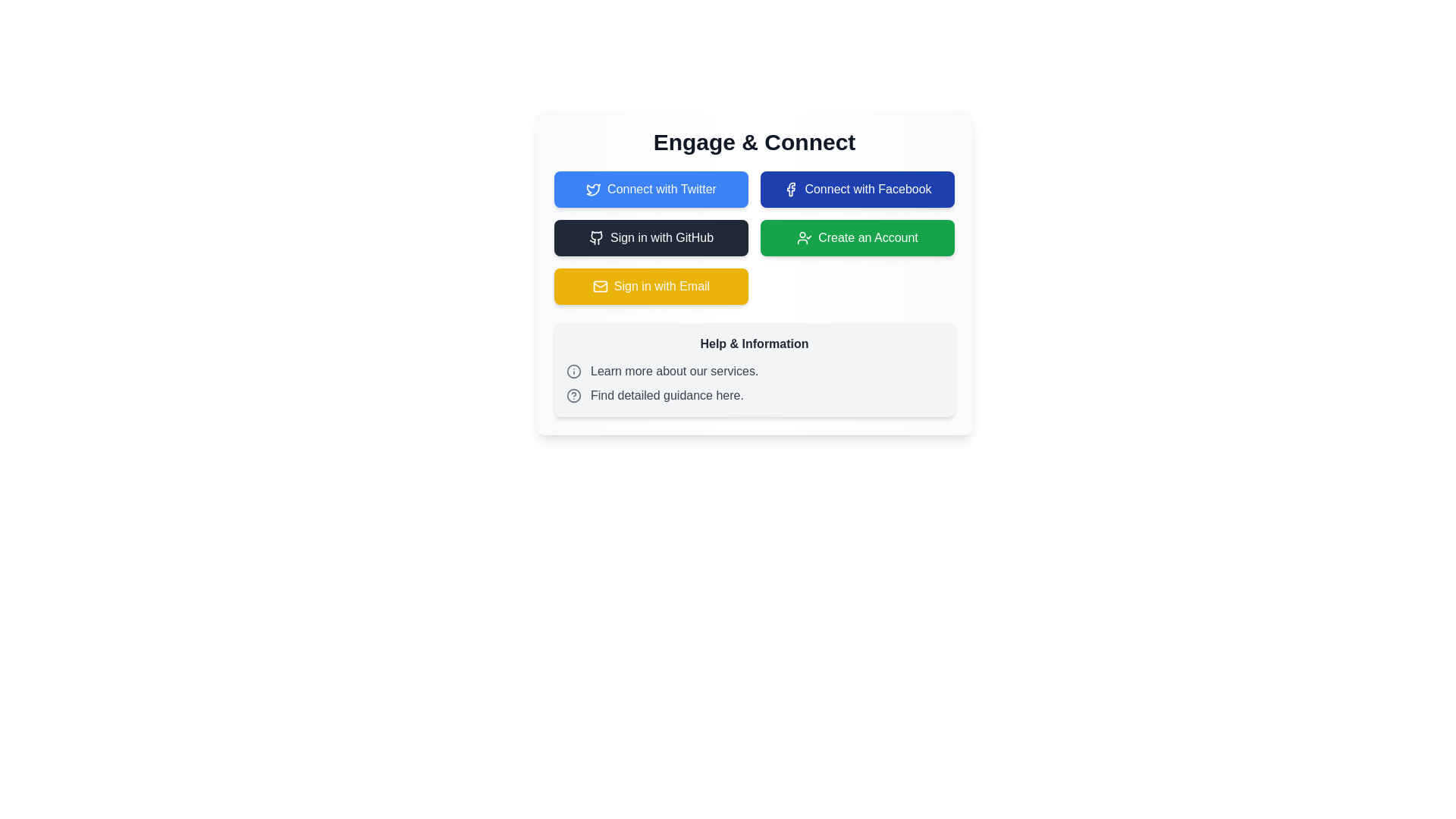 This screenshot has height=819, width=1456. What do you see at coordinates (593, 189) in the screenshot?
I see `the small blue bird icon associated with Twitter, which is located at the leftmost part of the 'Connect with Twitter' button in the 'Engage & Connect' section` at bounding box center [593, 189].